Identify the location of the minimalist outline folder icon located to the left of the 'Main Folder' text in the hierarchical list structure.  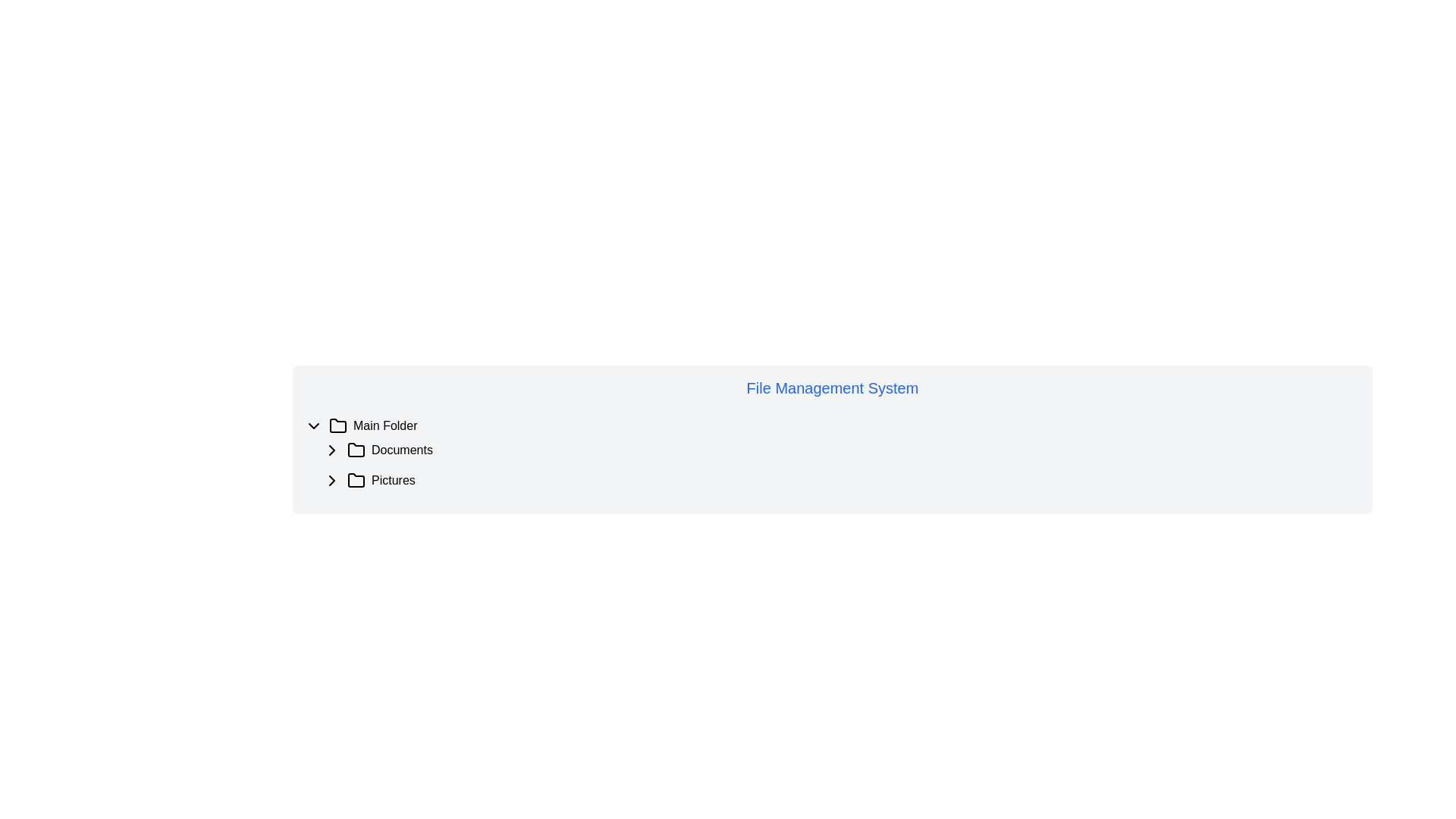
(337, 426).